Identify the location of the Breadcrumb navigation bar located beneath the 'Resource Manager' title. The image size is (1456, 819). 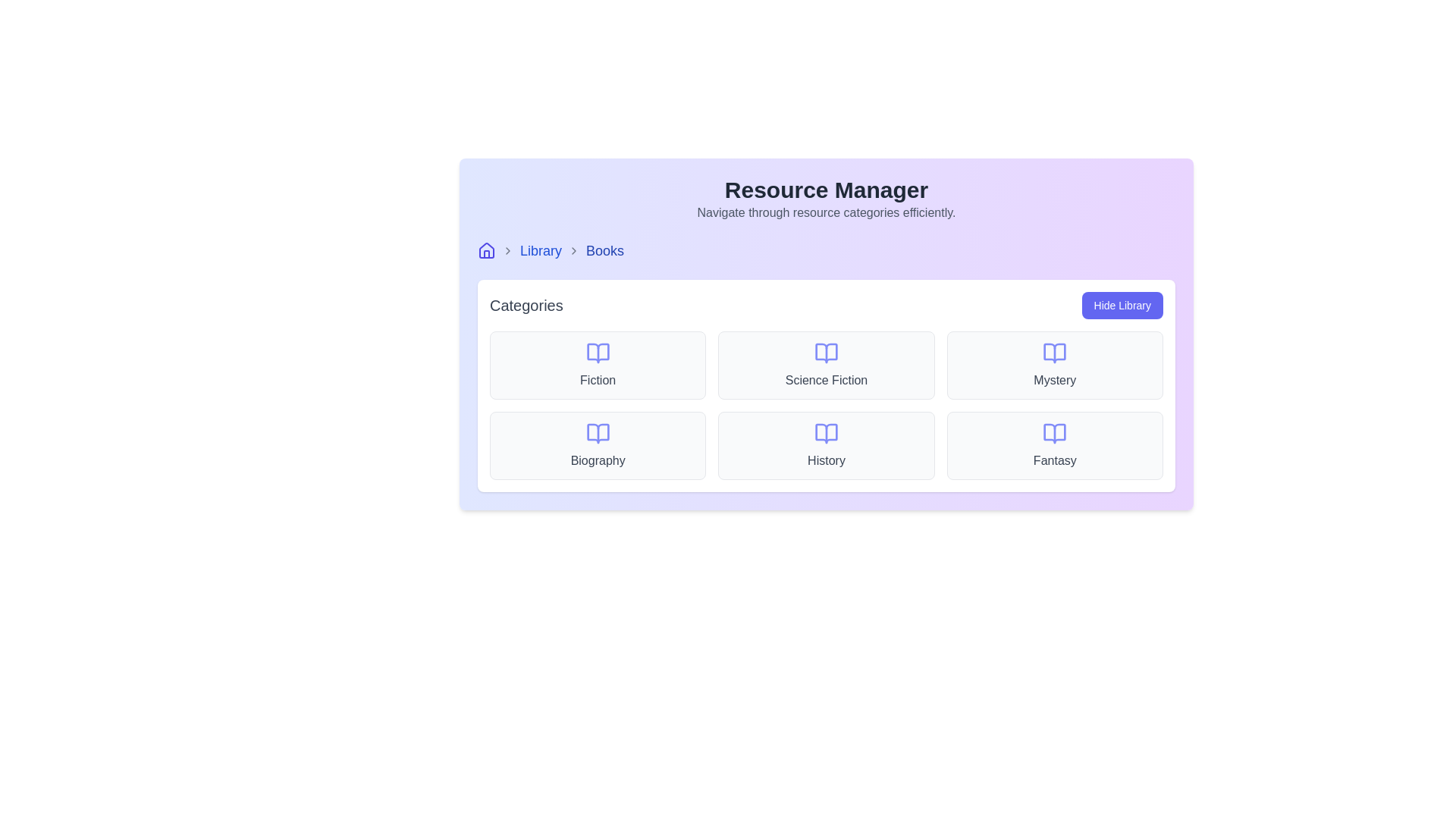
(825, 250).